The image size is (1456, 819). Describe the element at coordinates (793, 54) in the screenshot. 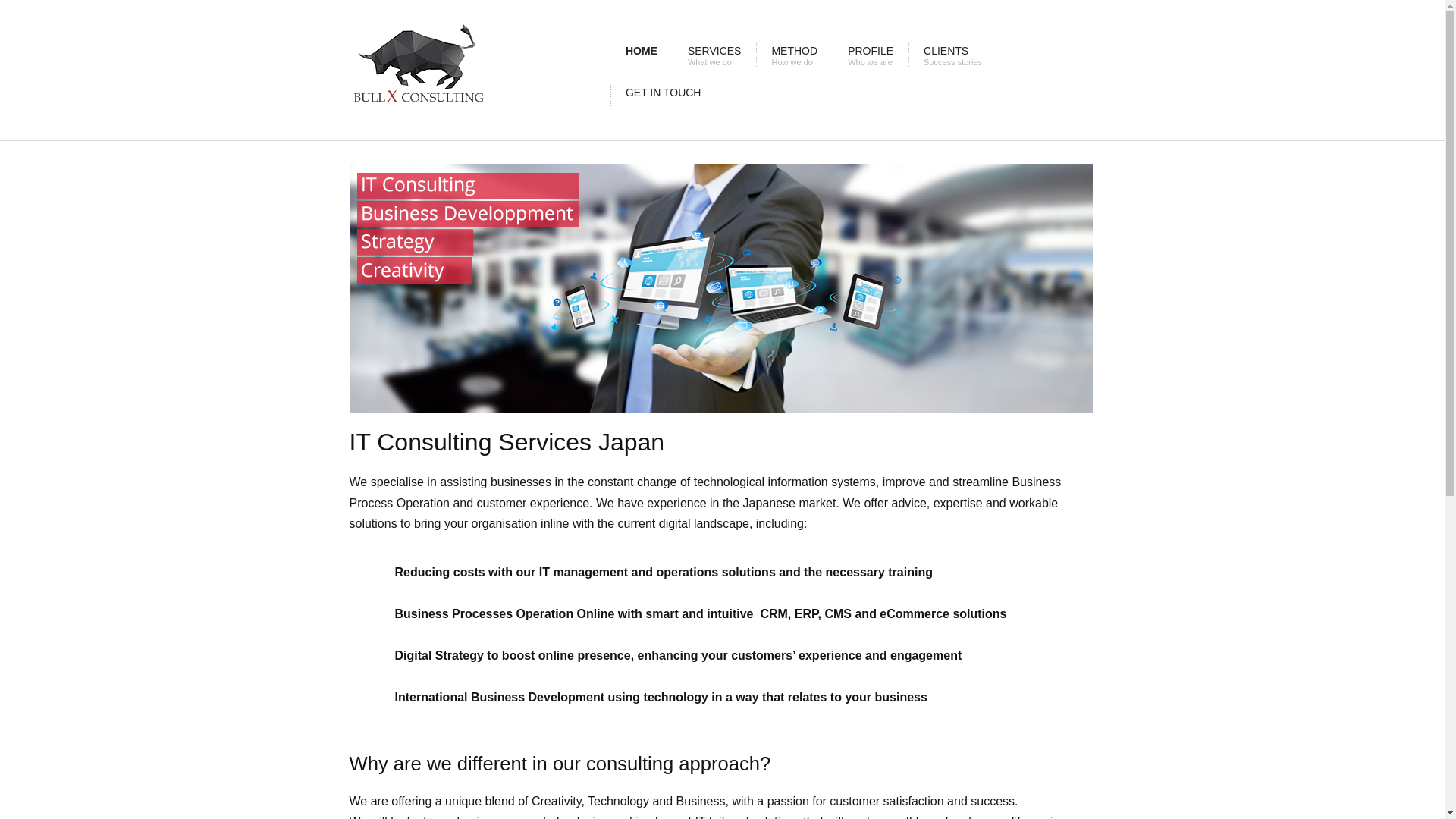

I see `'METHOD` at that location.